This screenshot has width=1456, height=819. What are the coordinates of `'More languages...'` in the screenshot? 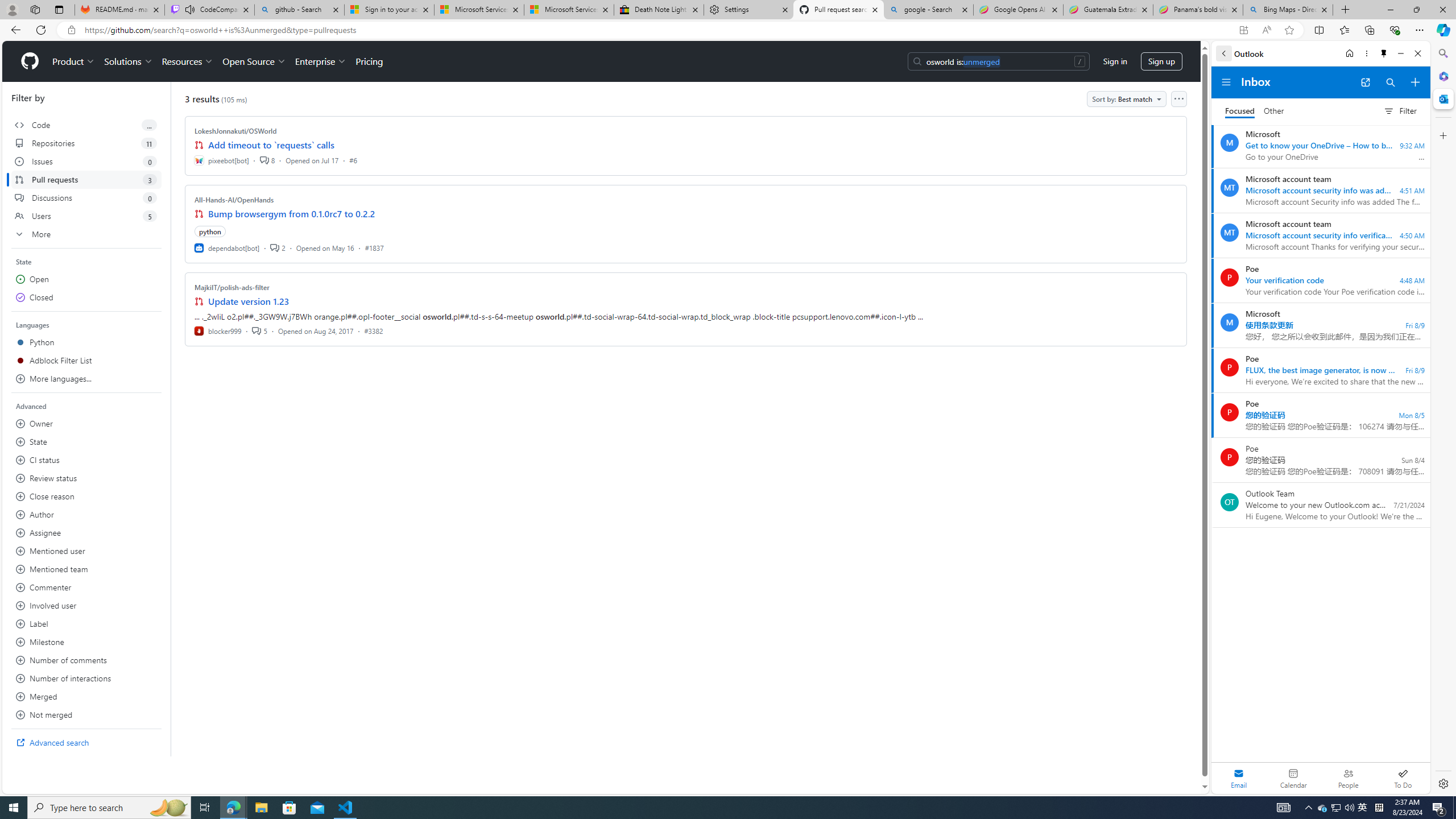 It's located at (86, 379).